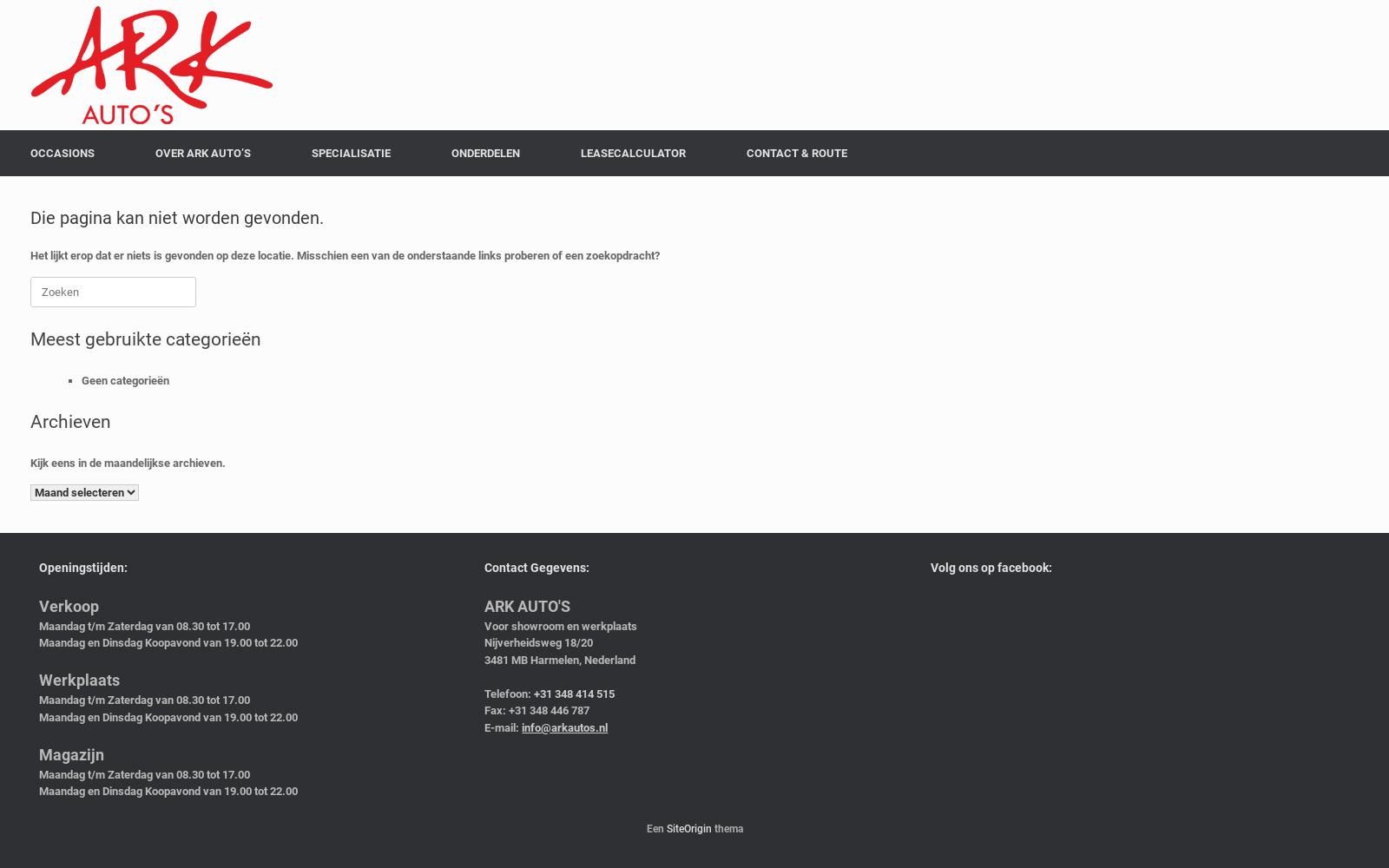 The image size is (1389, 868). I want to click on 'E-mail:', so click(501, 726).